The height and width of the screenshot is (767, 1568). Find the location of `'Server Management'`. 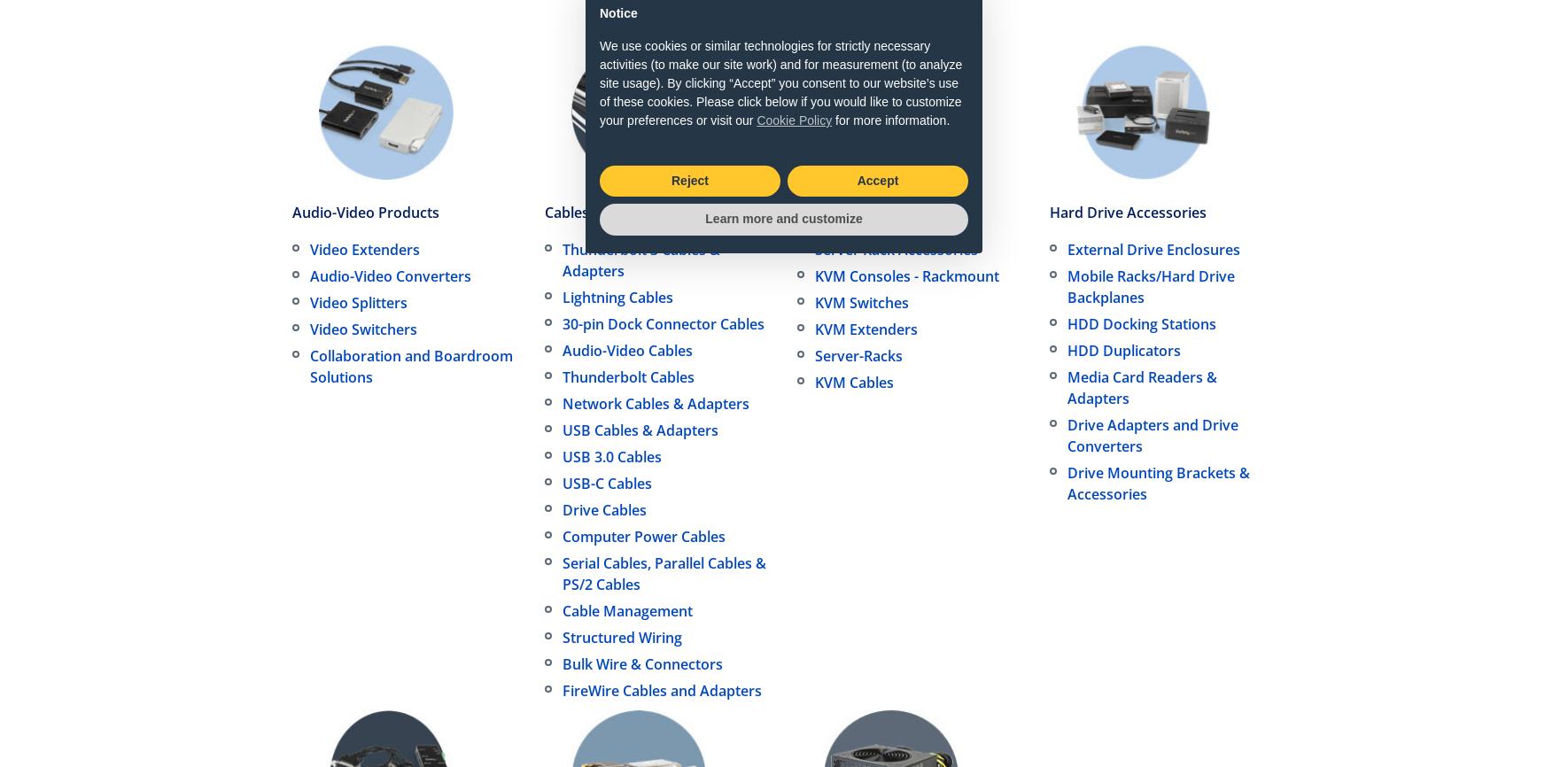

'Server Management' is located at coordinates (865, 211).